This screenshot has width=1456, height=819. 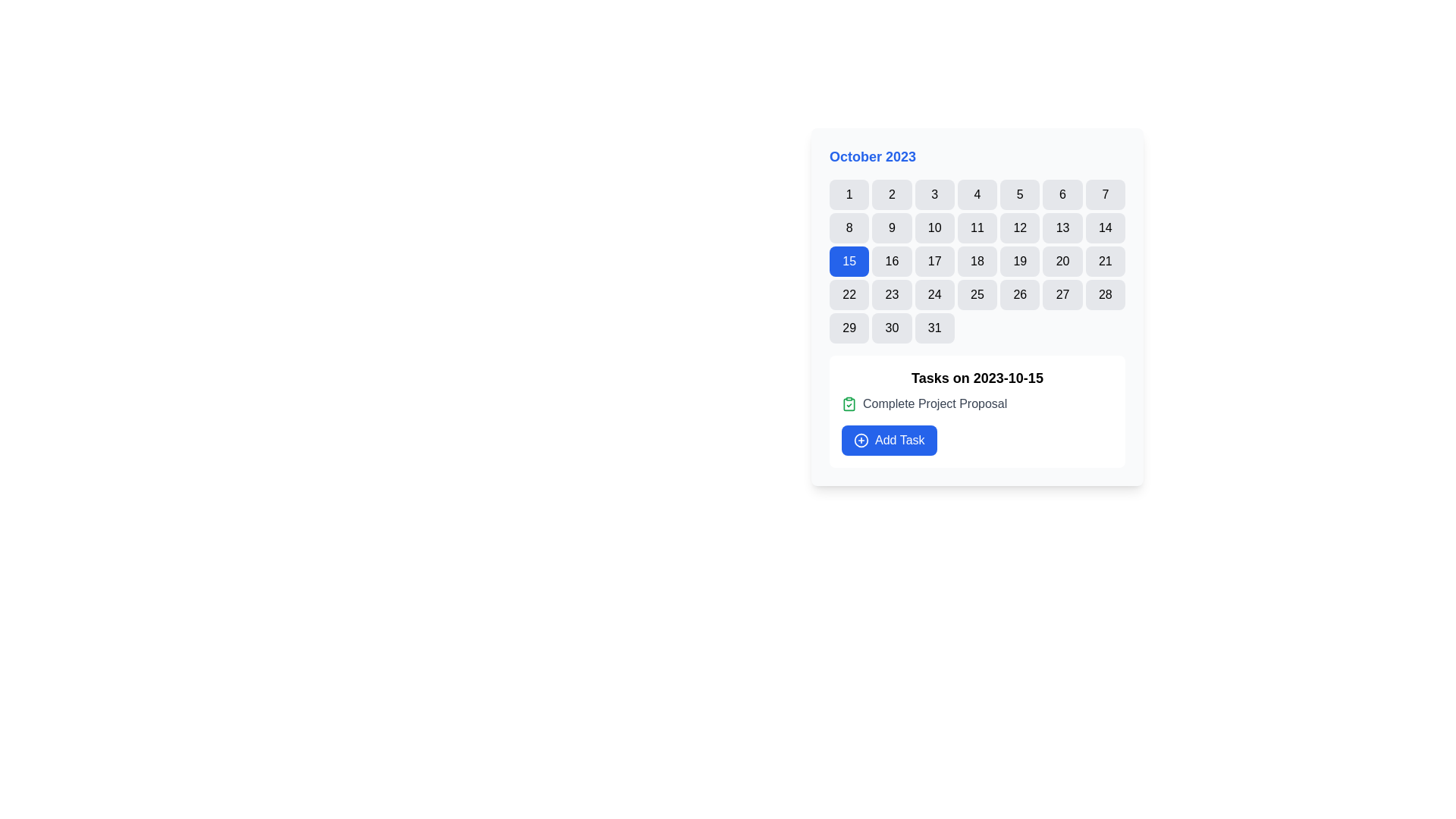 What do you see at coordinates (976, 194) in the screenshot?
I see `the button representing the calendar day with the number '4'` at bounding box center [976, 194].